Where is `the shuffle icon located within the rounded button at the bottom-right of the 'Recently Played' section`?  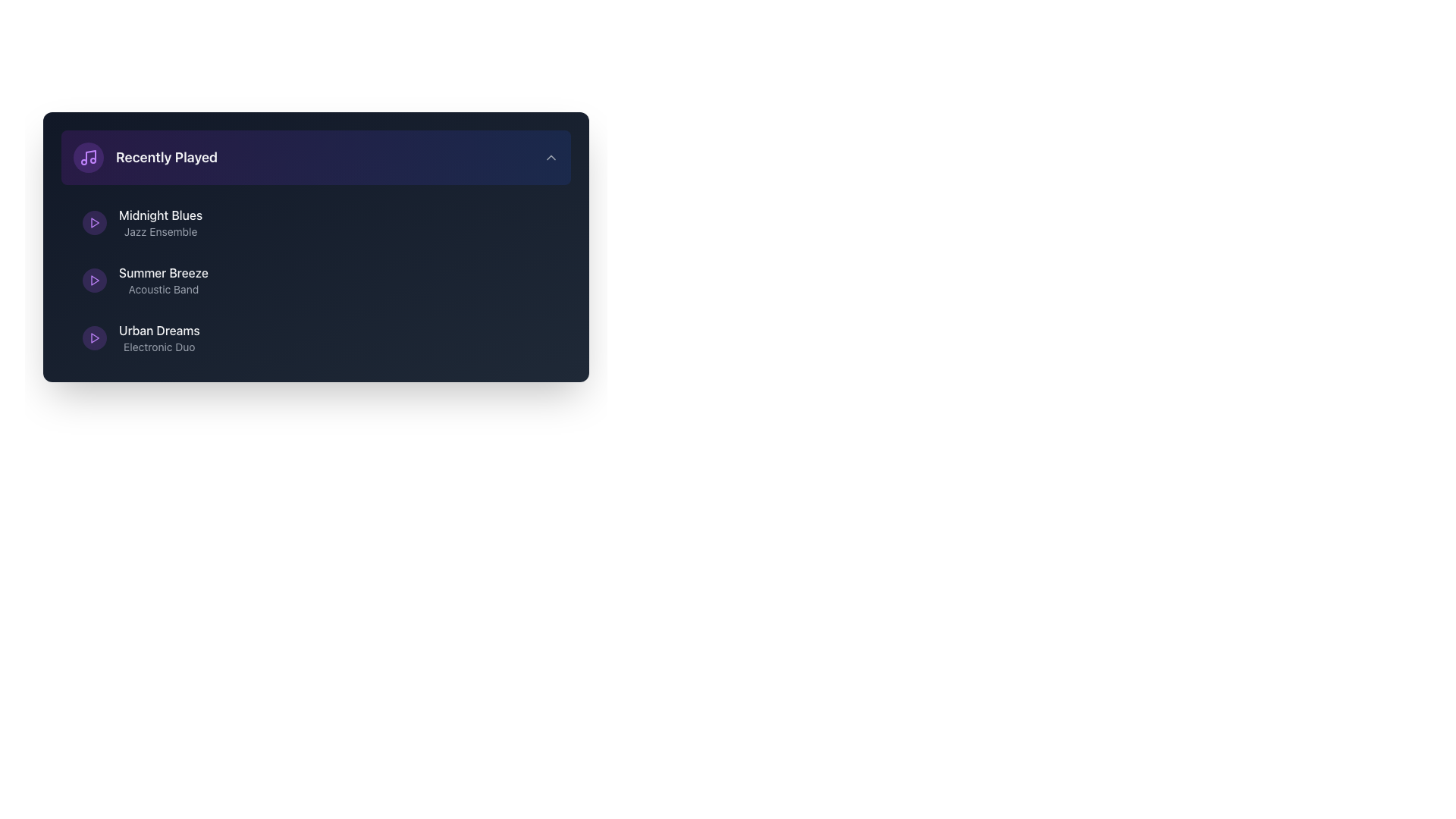 the shuffle icon located within the rounded button at the bottom-right of the 'Recently Played' section is located at coordinates (475, 337).